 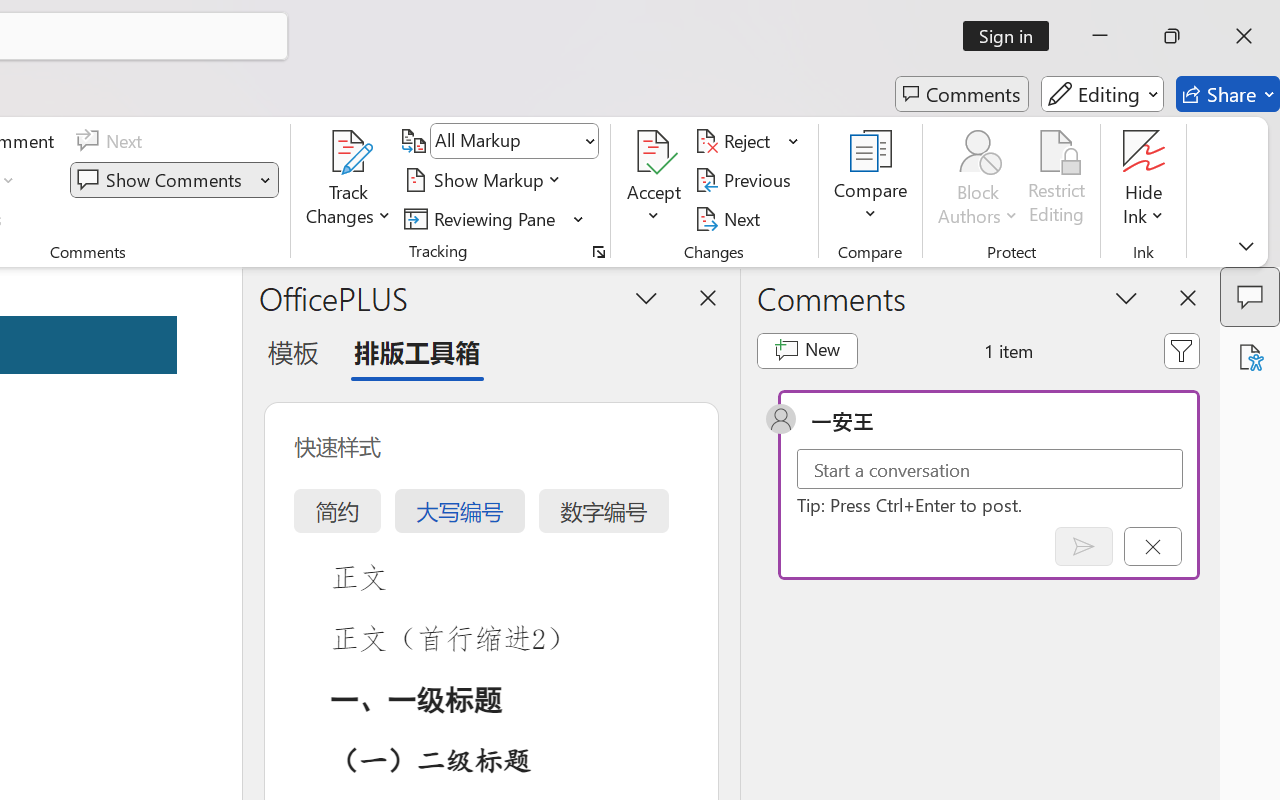 I want to click on 'Accessibility Assistant', so click(x=1248, y=357).